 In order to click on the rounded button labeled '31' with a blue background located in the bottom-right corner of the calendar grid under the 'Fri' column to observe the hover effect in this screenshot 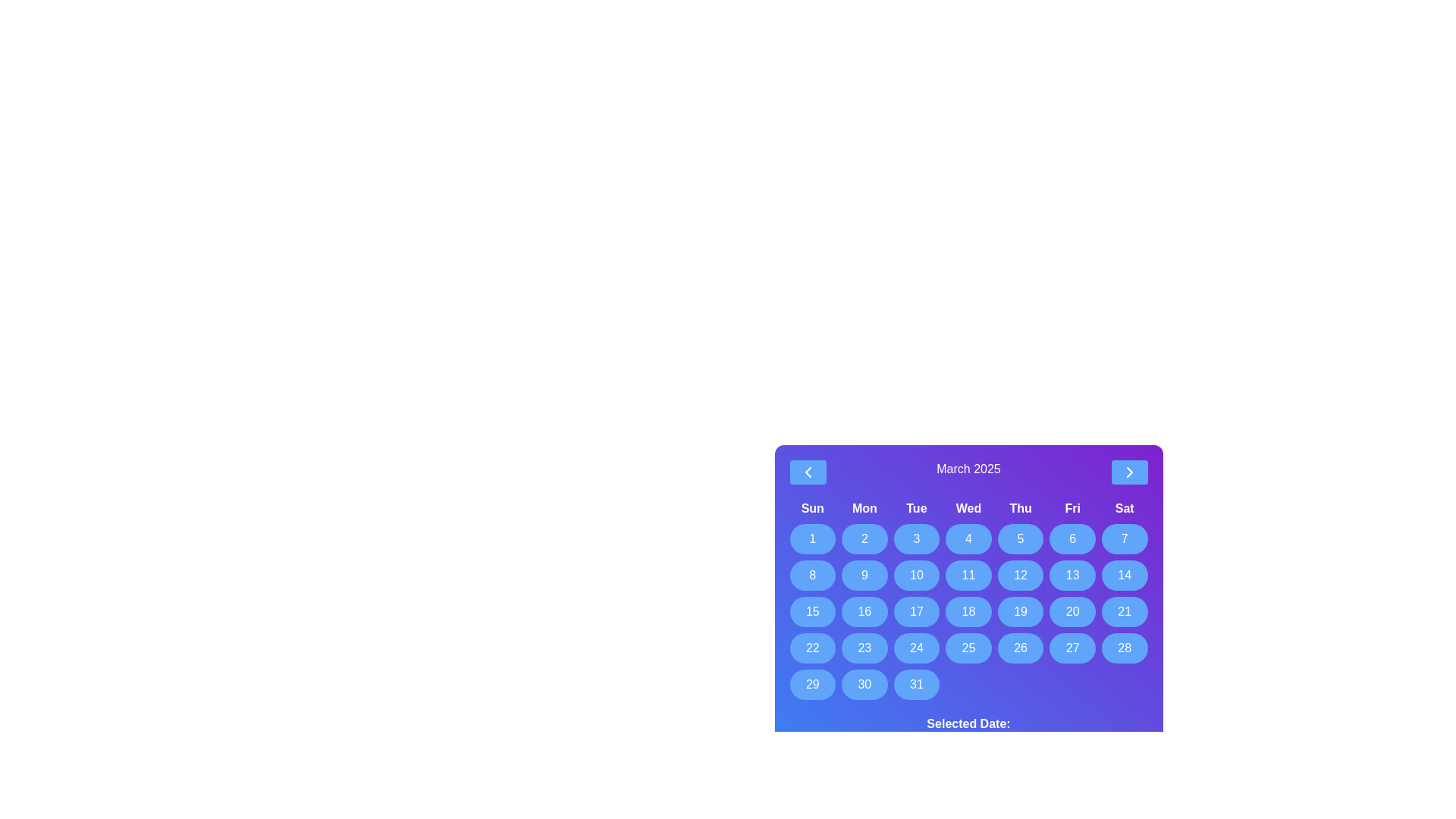, I will do `click(915, 684)`.